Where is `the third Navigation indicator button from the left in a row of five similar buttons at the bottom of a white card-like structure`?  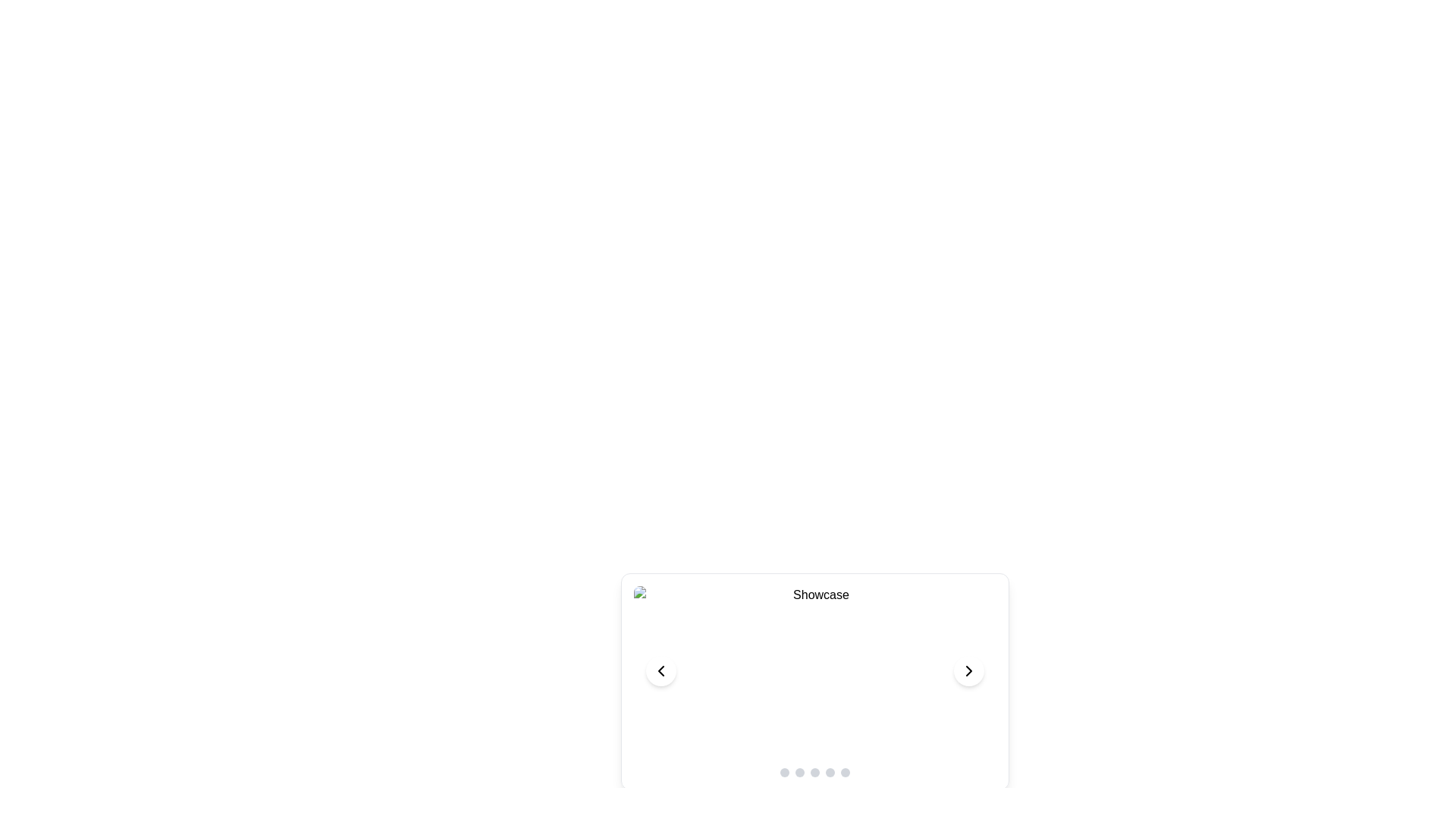
the third Navigation indicator button from the left in a row of five similar buttons at the bottom of a white card-like structure is located at coordinates (814, 772).